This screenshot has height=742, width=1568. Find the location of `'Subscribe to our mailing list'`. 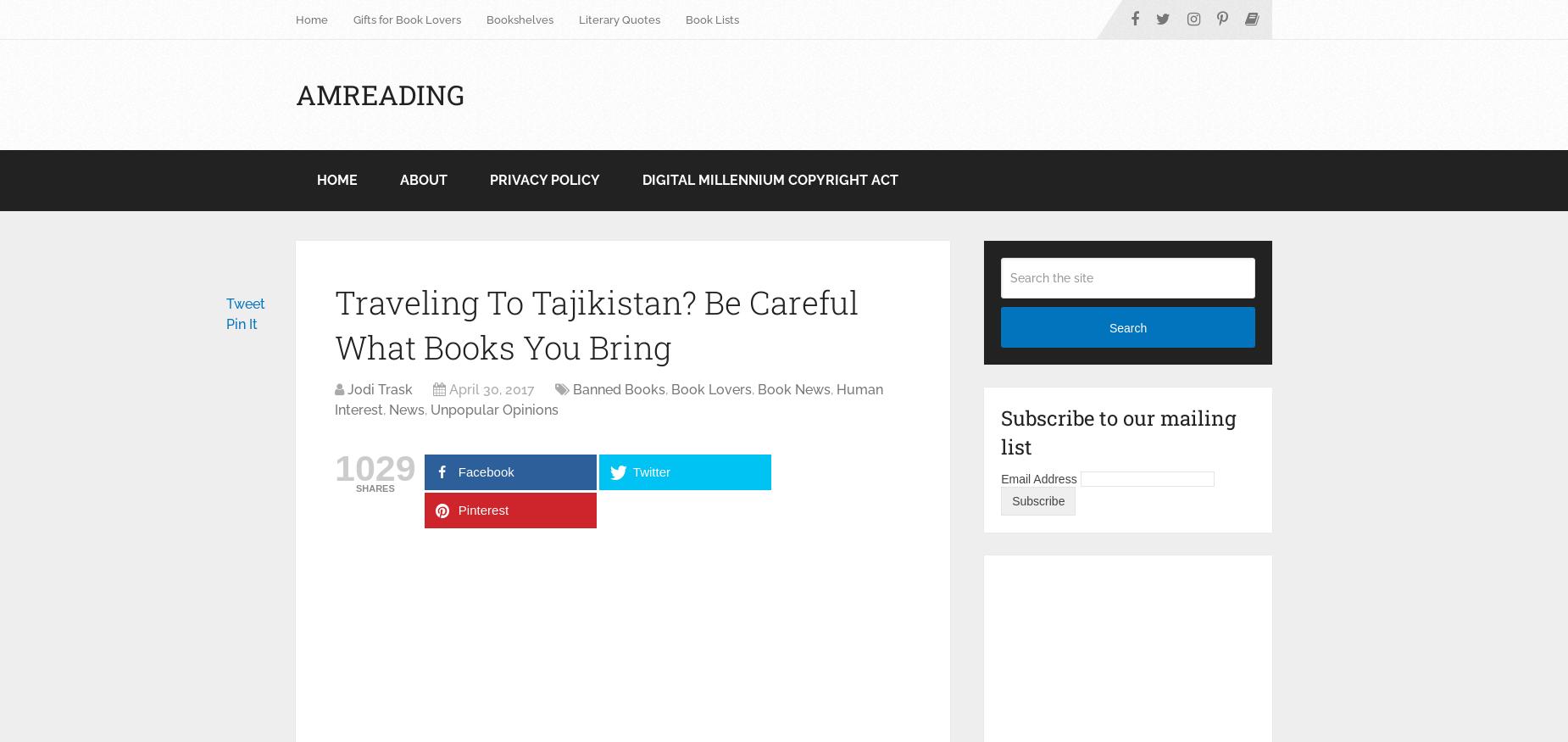

'Subscribe to our mailing list' is located at coordinates (1117, 431).